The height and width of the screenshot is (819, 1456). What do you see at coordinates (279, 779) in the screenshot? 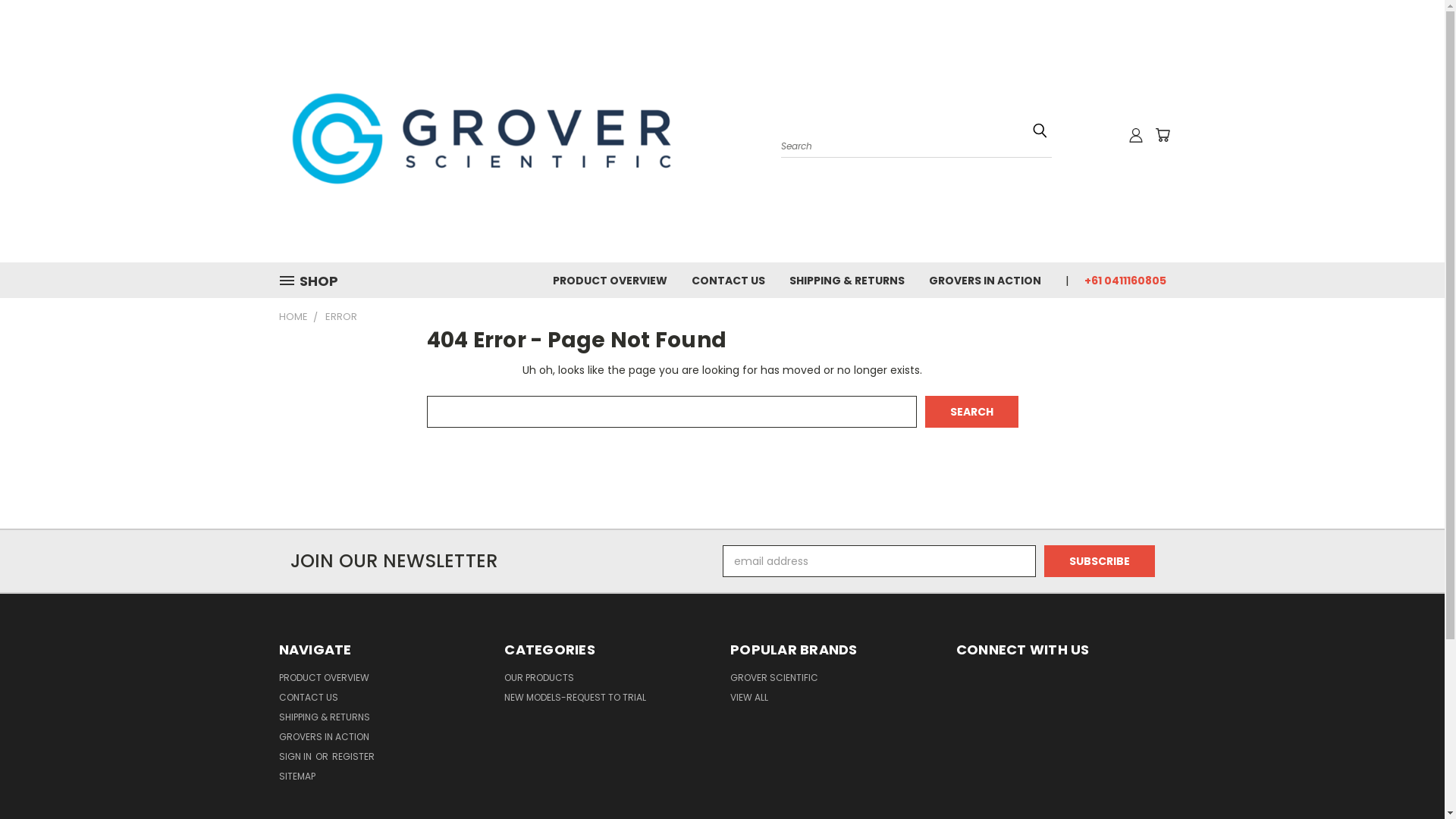
I see `'SITEMAP'` at bounding box center [279, 779].